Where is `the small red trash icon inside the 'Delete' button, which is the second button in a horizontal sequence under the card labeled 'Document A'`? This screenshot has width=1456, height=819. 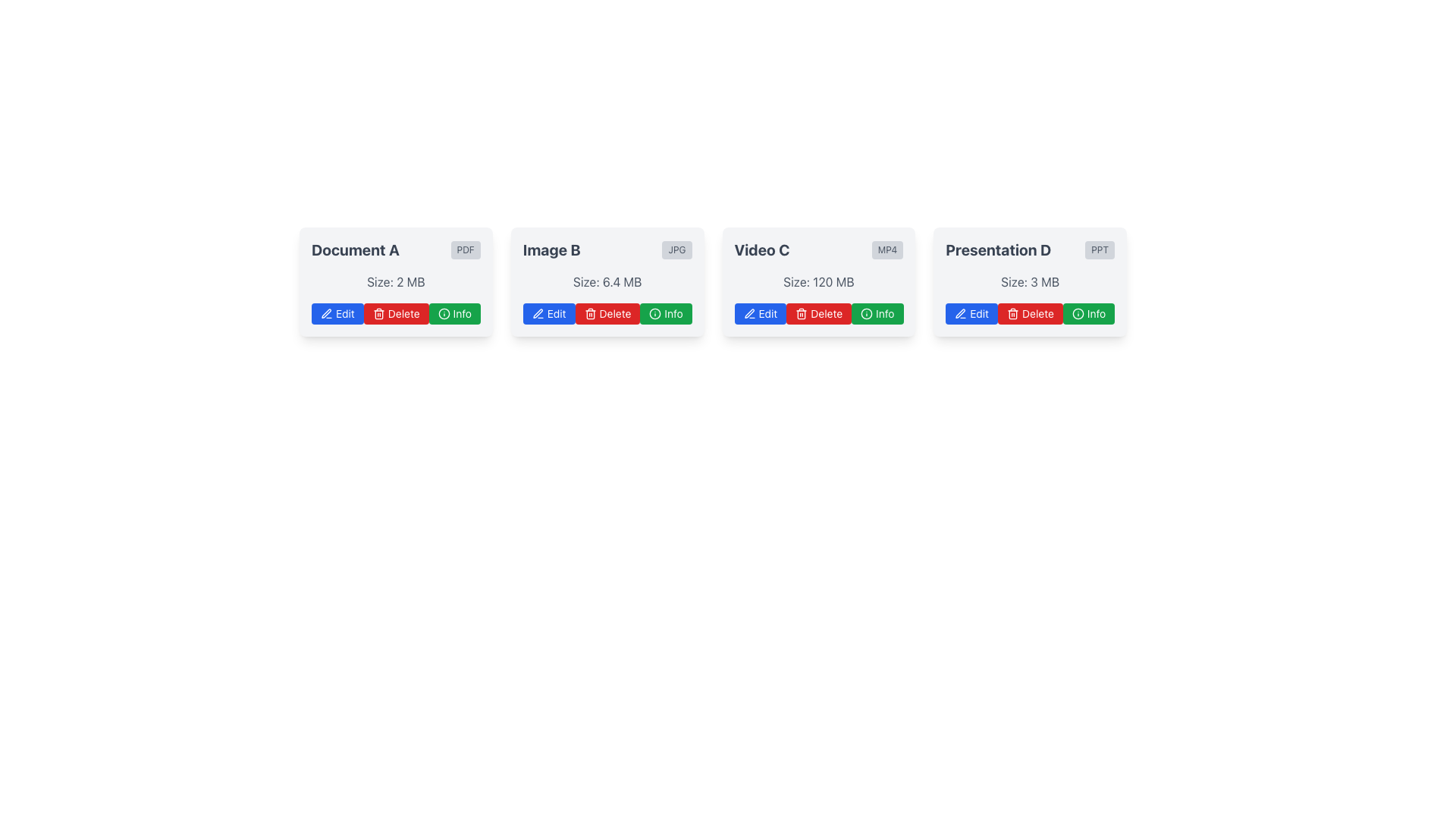
the small red trash icon inside the 'Delete' button, which is the second button in a horizontal sequence under the card labeled 'Document A' is located at coordinates (378, 312).